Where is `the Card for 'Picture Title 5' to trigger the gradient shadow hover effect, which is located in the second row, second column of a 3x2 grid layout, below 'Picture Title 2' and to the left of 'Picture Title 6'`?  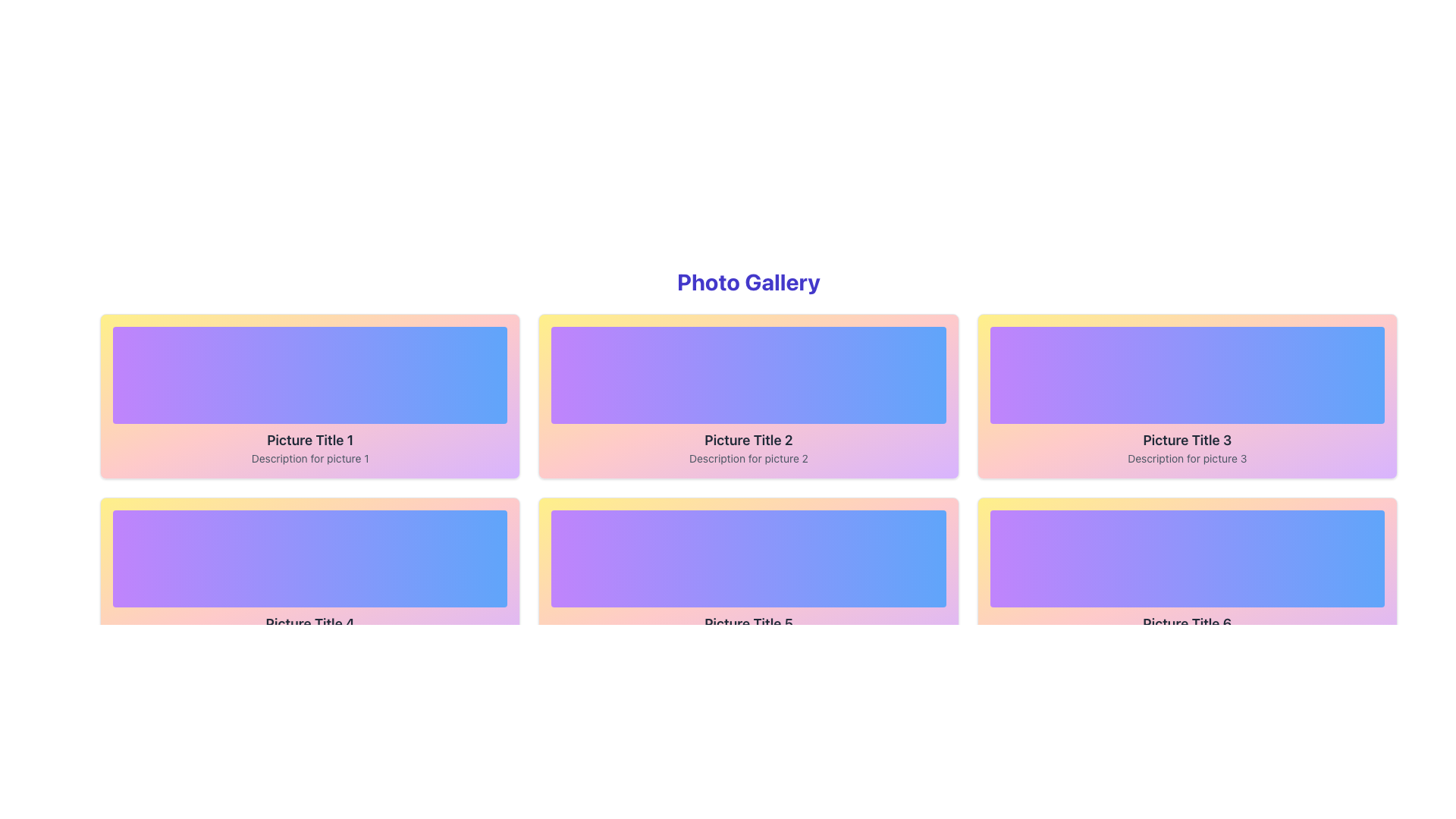 the Card for 'Picture Title 5' to trigger the gradient shadow hover effect, which is located in the second row, second column of a 3x2 grid layout, below 'Picture Title 2' and to the left of 'Picture Title 6' is located at coordinates (748, 579).